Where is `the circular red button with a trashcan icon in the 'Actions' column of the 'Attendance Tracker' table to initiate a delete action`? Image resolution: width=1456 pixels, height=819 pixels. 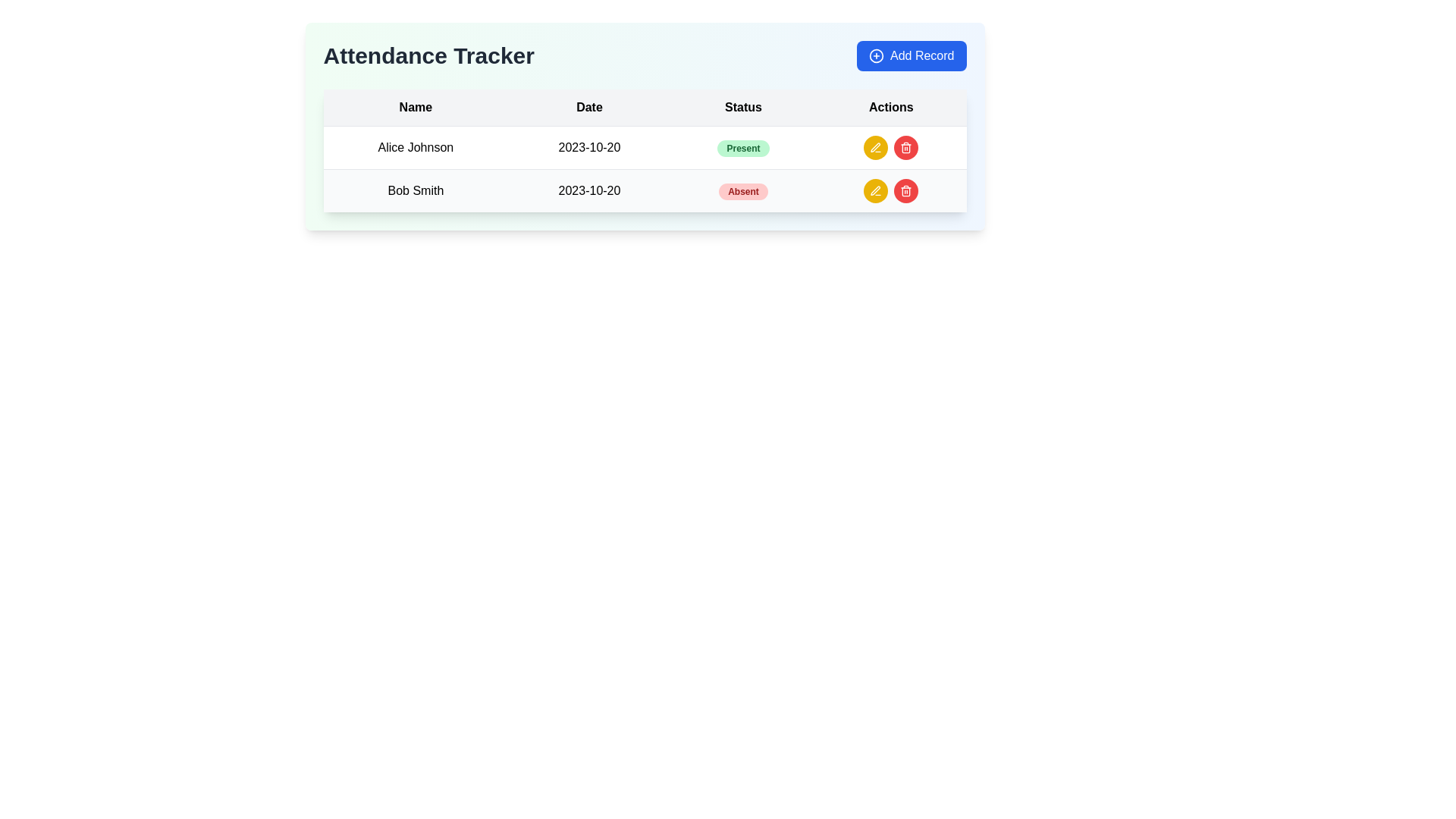
the circular red button with a trashcan icon in the 'Actions' column of the 'Attendance Tracker' table to initiate a delete action is located at coordinates (906, 190).